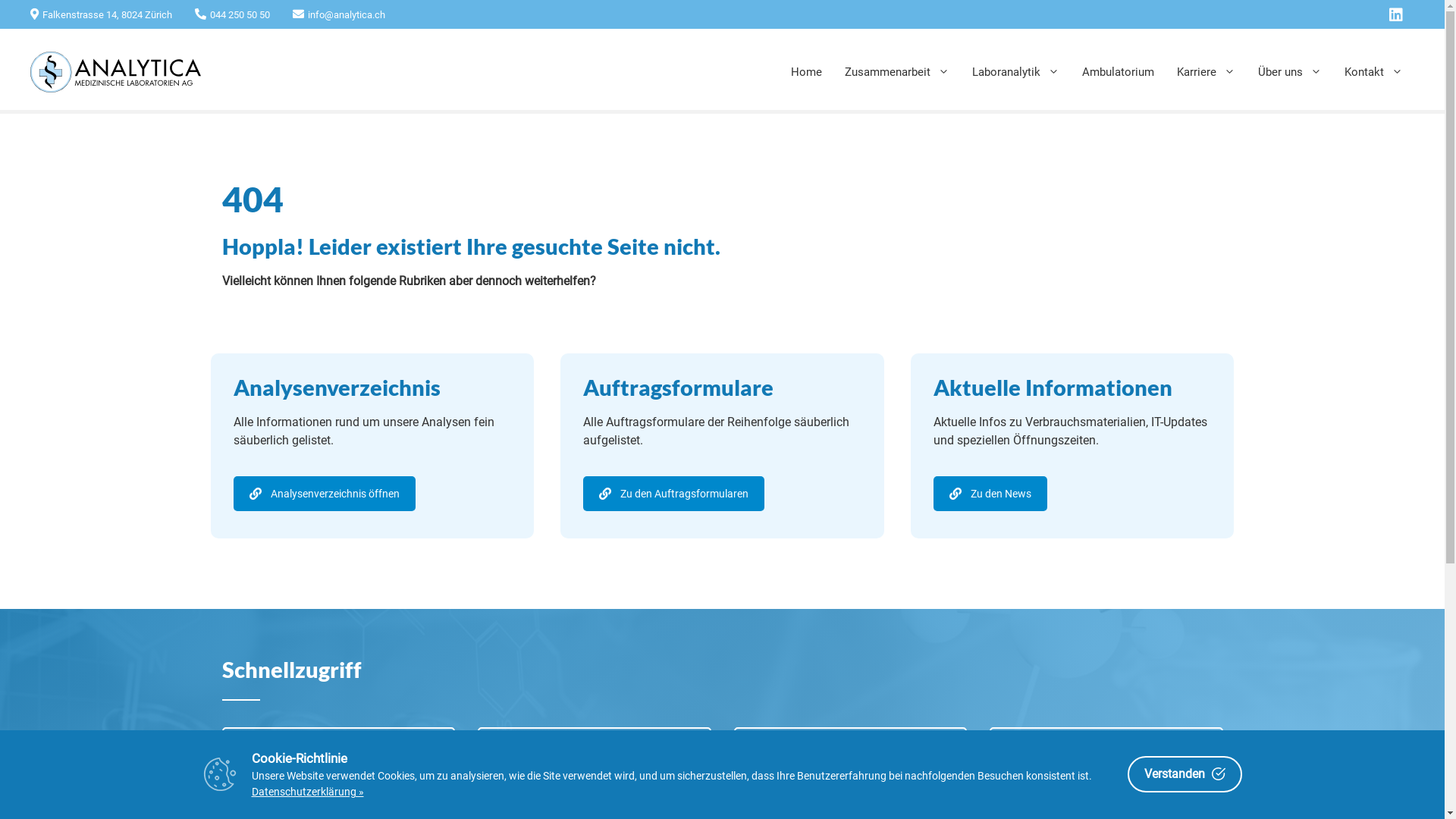 This screenshot has width=1456, height=819. What do you see at coordinates (990, 494) in the screenshot?
I see `'Zu den News'` at bounding box center [990, 494].